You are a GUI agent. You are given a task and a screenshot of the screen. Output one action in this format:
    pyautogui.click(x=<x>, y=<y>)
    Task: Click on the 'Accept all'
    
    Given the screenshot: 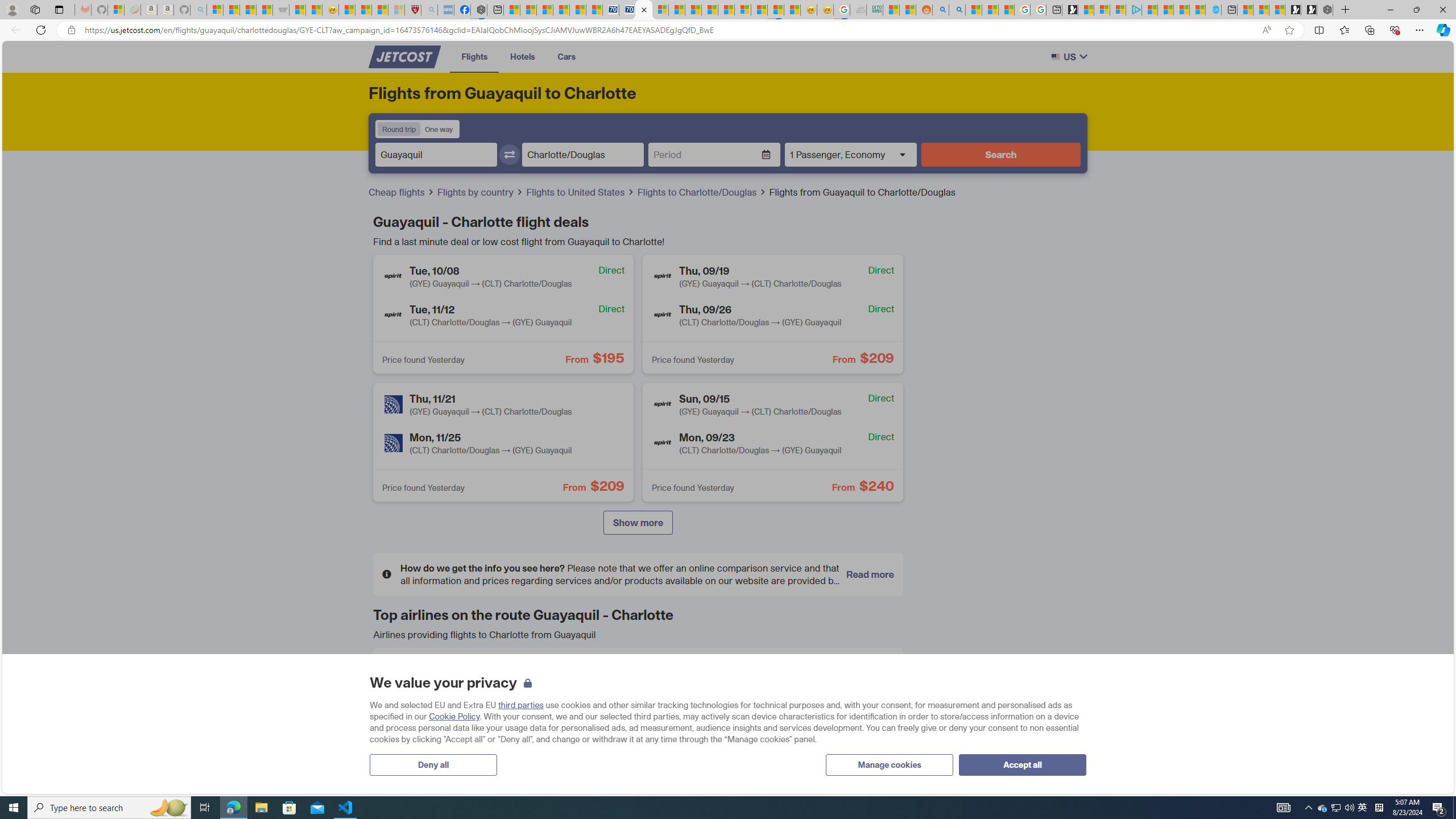 What is the action you would take?
    pyautogui.click(x=1022, y=764)
    